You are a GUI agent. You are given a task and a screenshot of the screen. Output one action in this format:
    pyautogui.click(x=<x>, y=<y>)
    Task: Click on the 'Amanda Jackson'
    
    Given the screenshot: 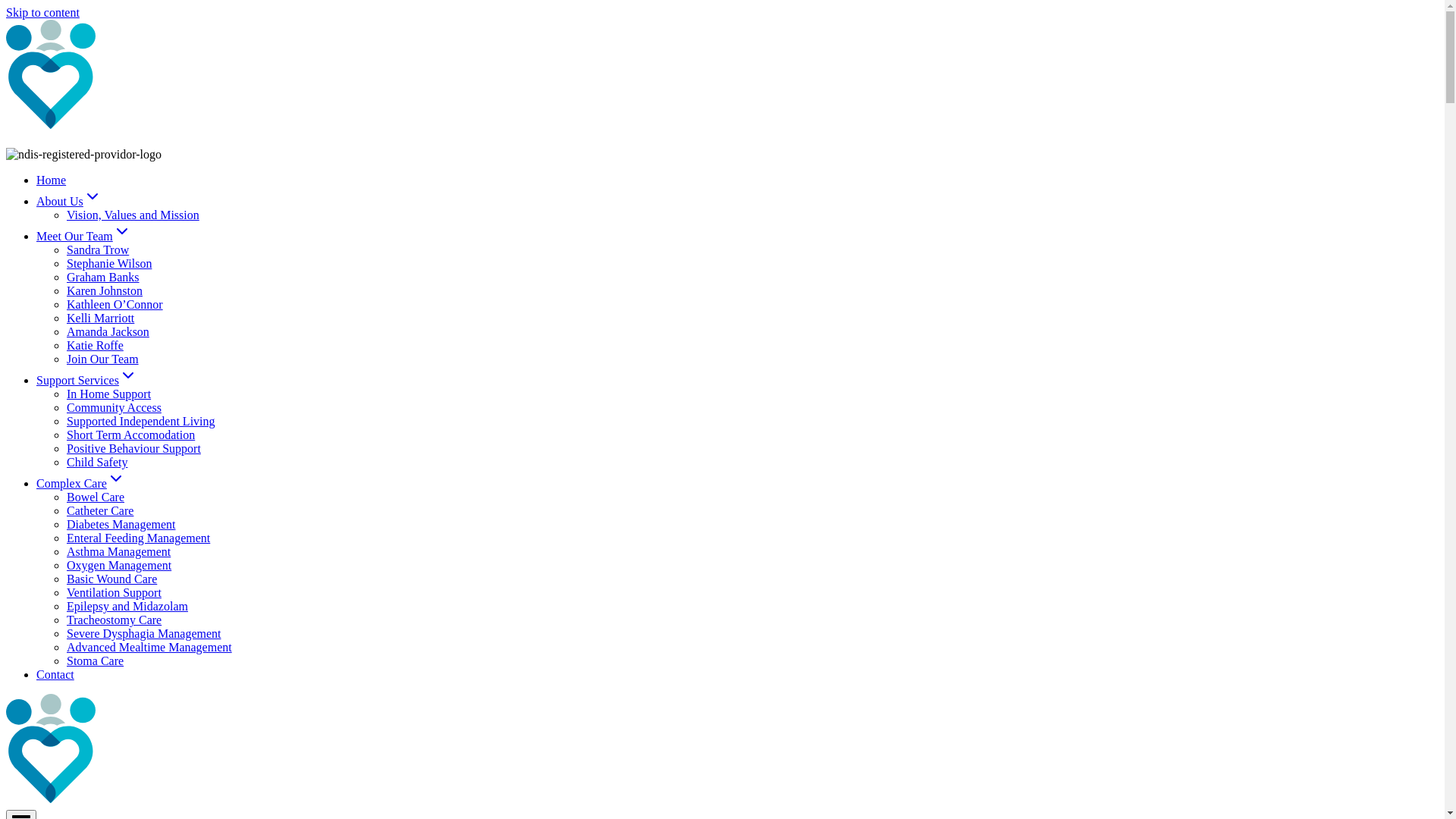 What is the action you would take?
    pyautogui.click(x=107, y=331)
    